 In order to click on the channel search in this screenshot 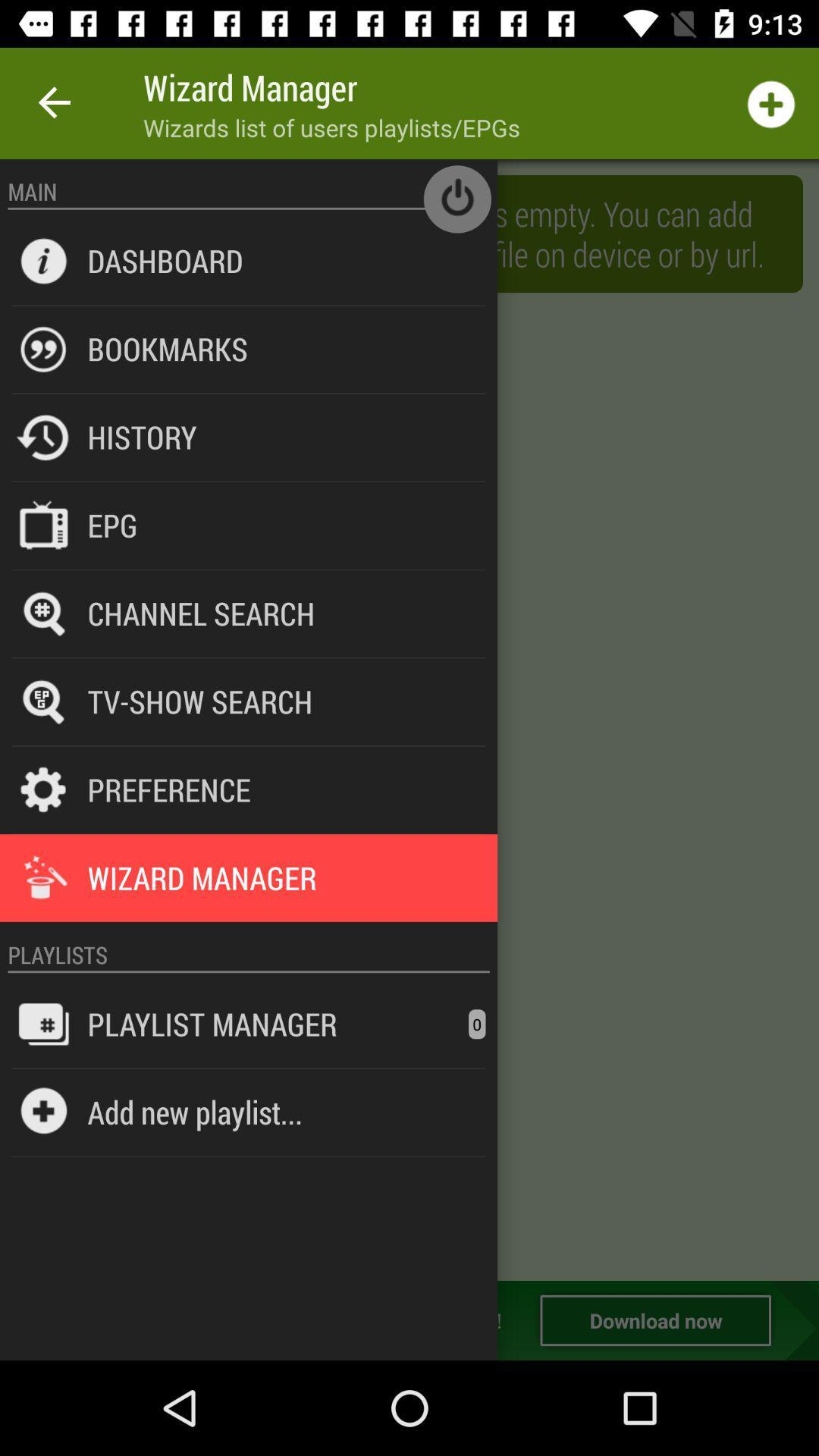, I will do `click(200, 613)`.